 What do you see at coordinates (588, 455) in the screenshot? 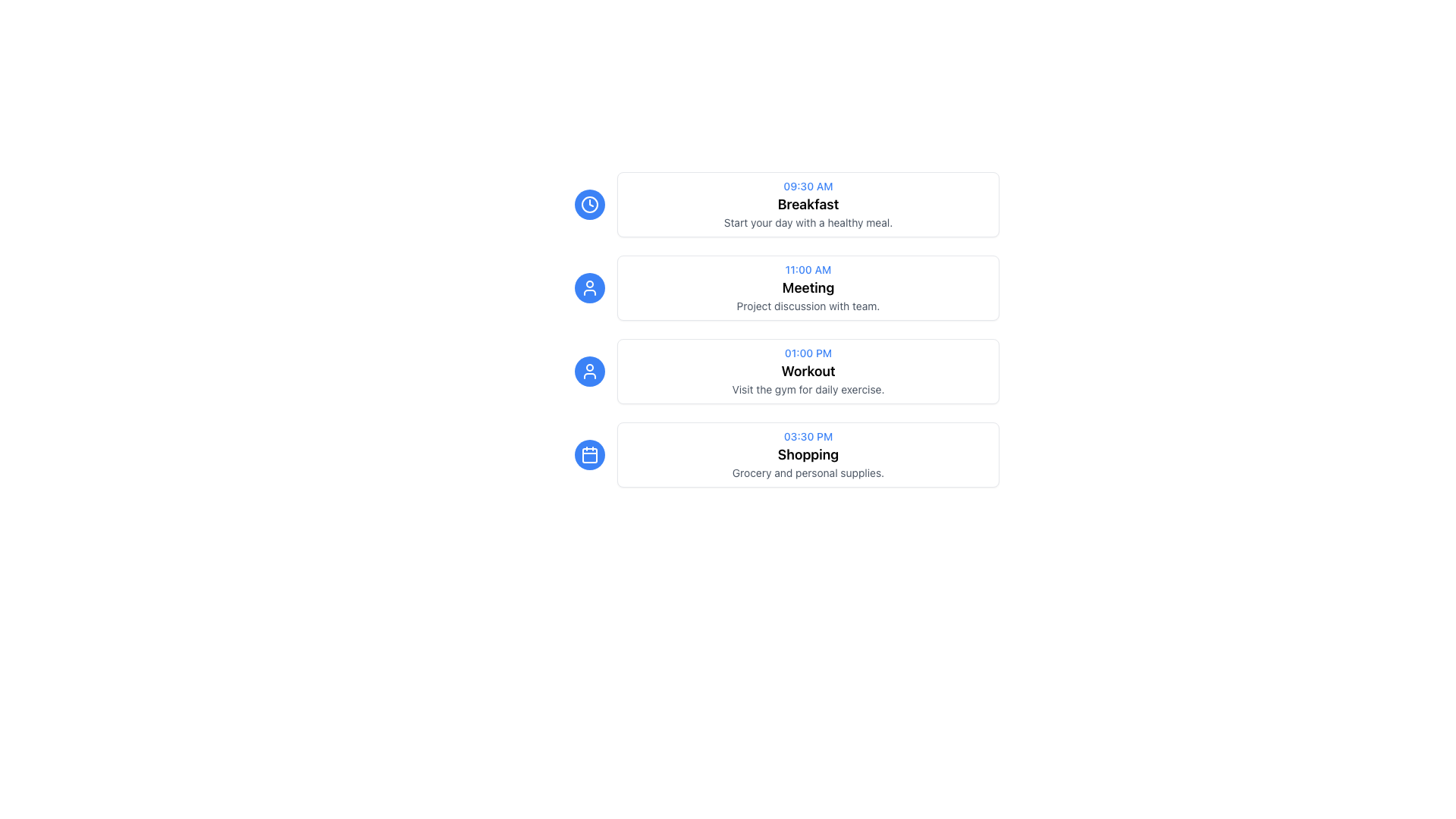
I see `the blue calendar icon with rounded corners, which is the last icon in a vertical sequence on the left of scheduled events` at bounding box center [588, 455].